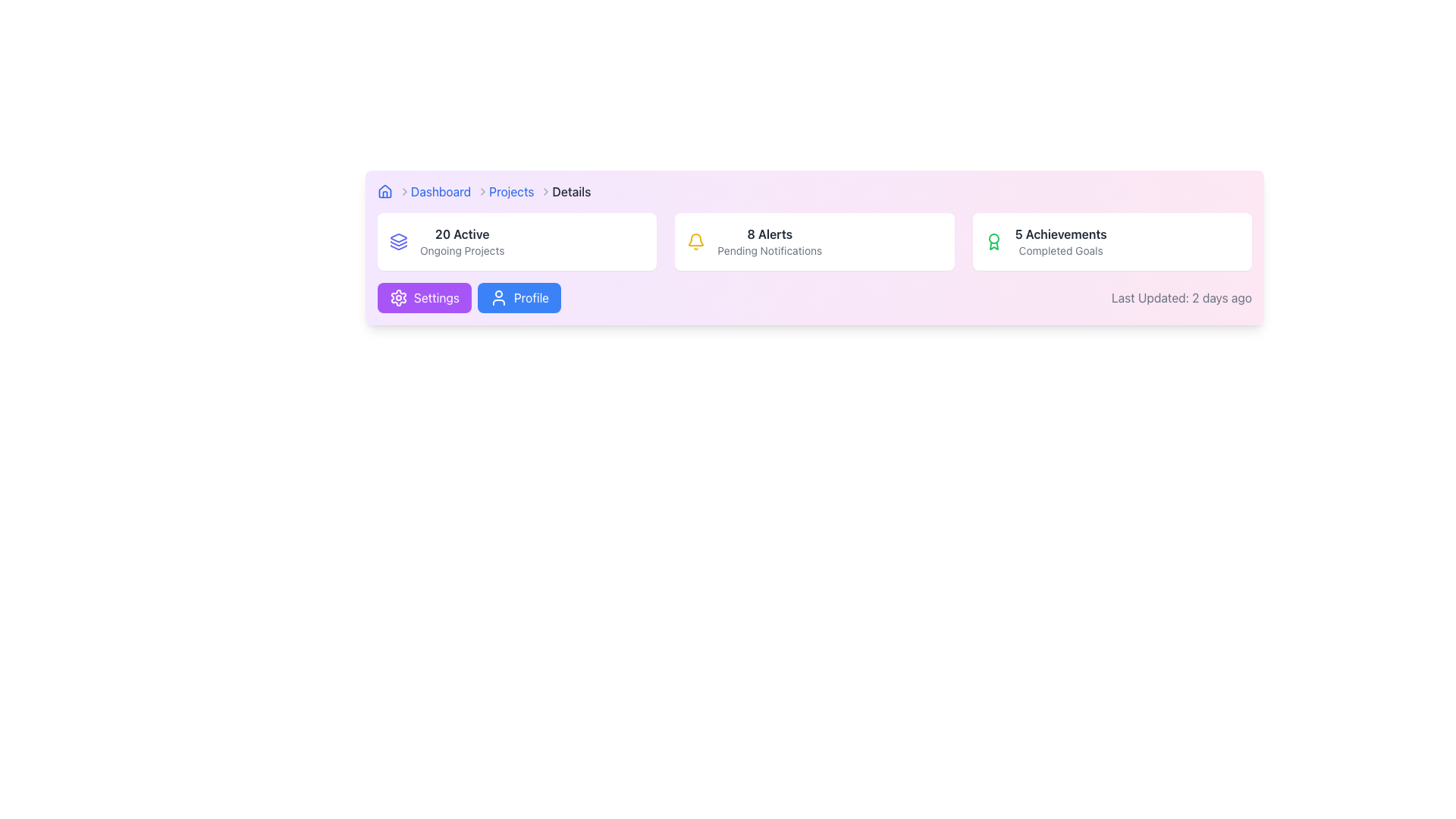 The image size is (1456, 819). Describe the element at coordinates (1059, 241) in the screenshot. I see `the details provided in the informational text component displaying '5 Achievements' and 'Completed Goals' within the rightmost card of the horizontal card layout` at that location.